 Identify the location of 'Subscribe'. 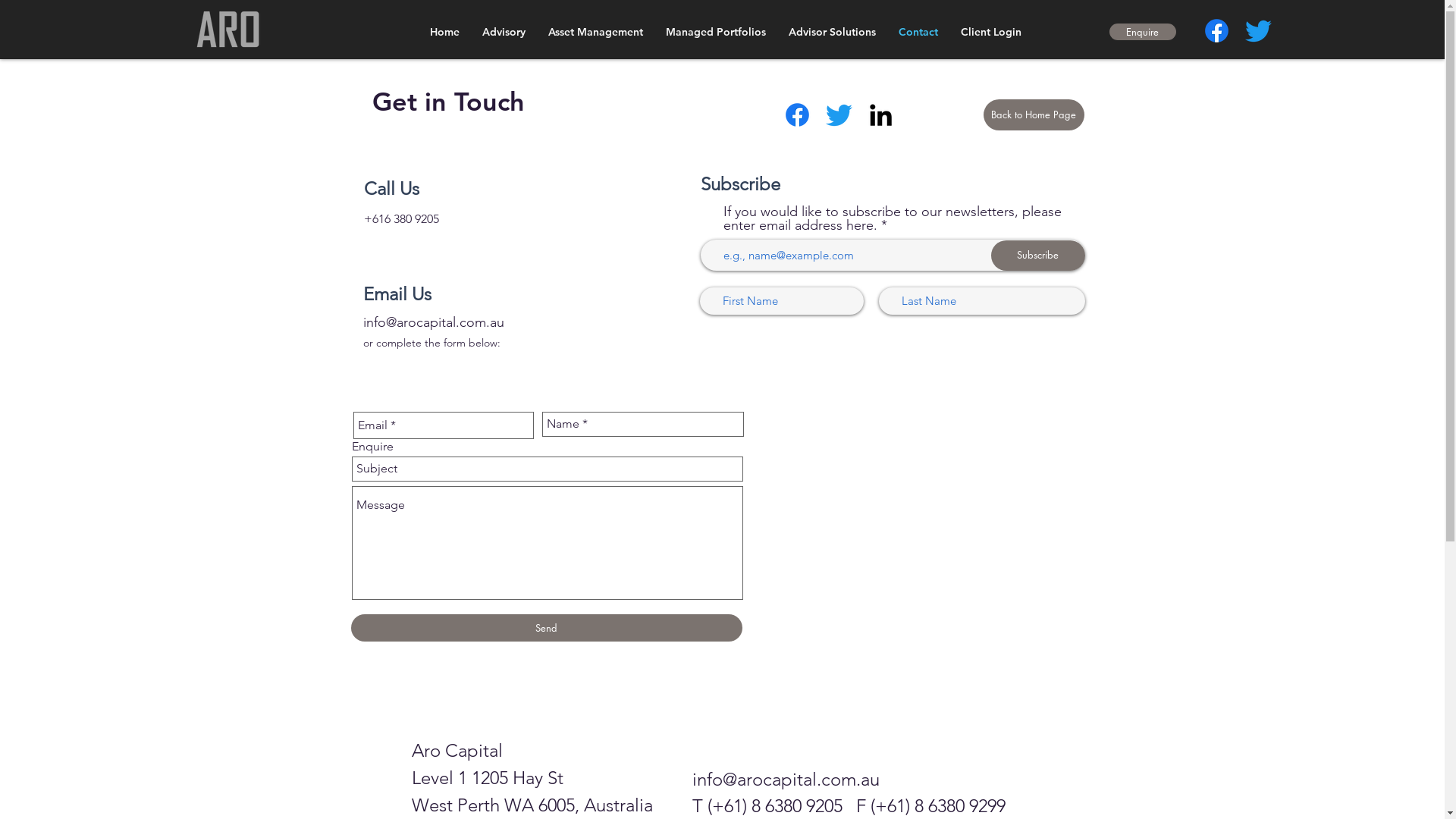
(1037, 253).